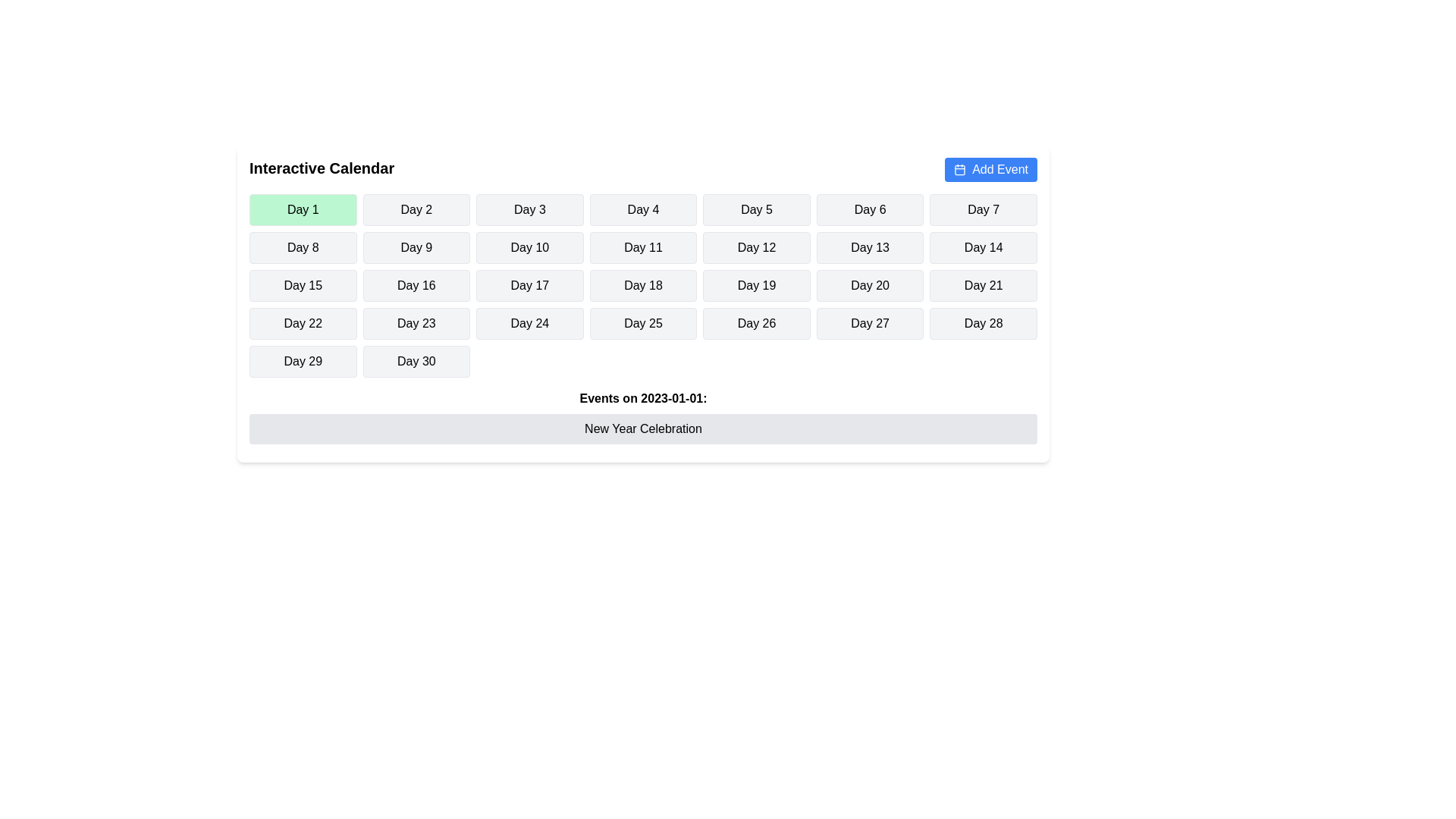 This screenshot has height=819, width=1456. Describe the element at coordinates (416, 286) in the screenshot. I see `the button representing the 16th day in the monthly calendar view` at that location.